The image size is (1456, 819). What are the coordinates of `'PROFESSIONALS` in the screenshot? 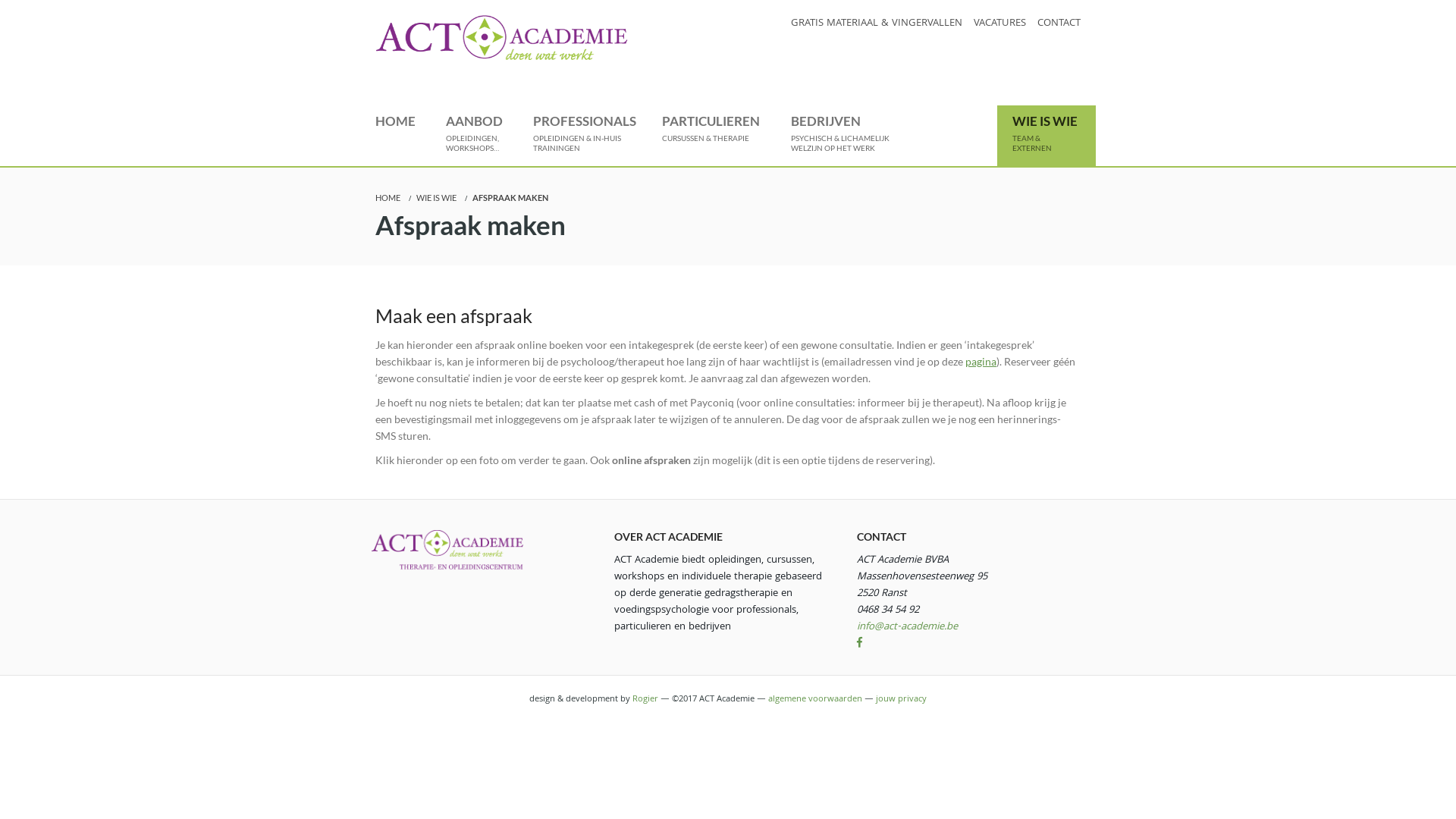 It's located at (582, 134).